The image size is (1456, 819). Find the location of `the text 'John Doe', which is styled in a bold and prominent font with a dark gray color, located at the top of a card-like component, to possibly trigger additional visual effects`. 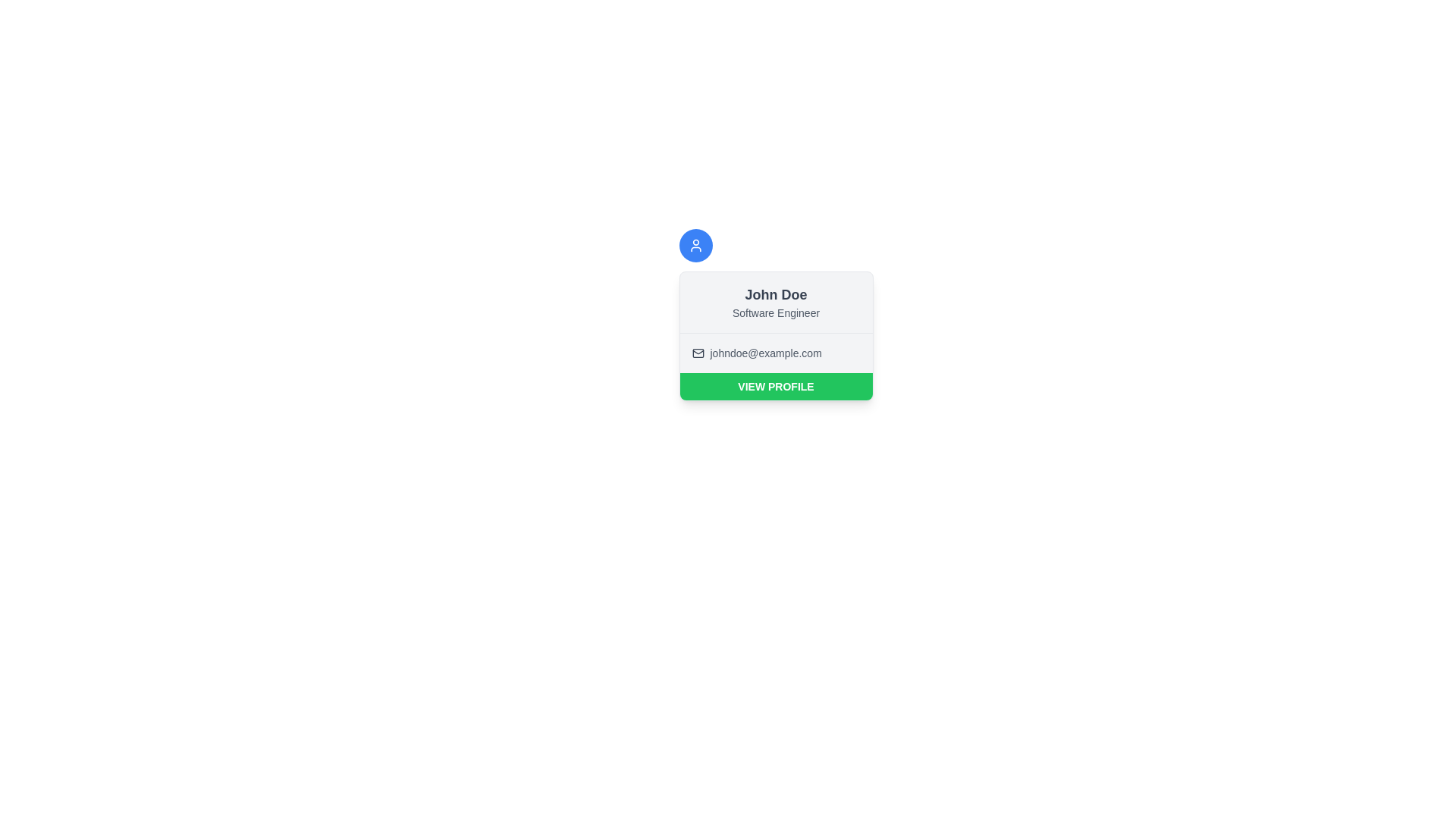

the text 'John Doe', which is styled in a bold and prominent font with a dark gray color, located at the top of a card-like component, to possibly trigger additional visual effects is located at coordinates (776, 295).